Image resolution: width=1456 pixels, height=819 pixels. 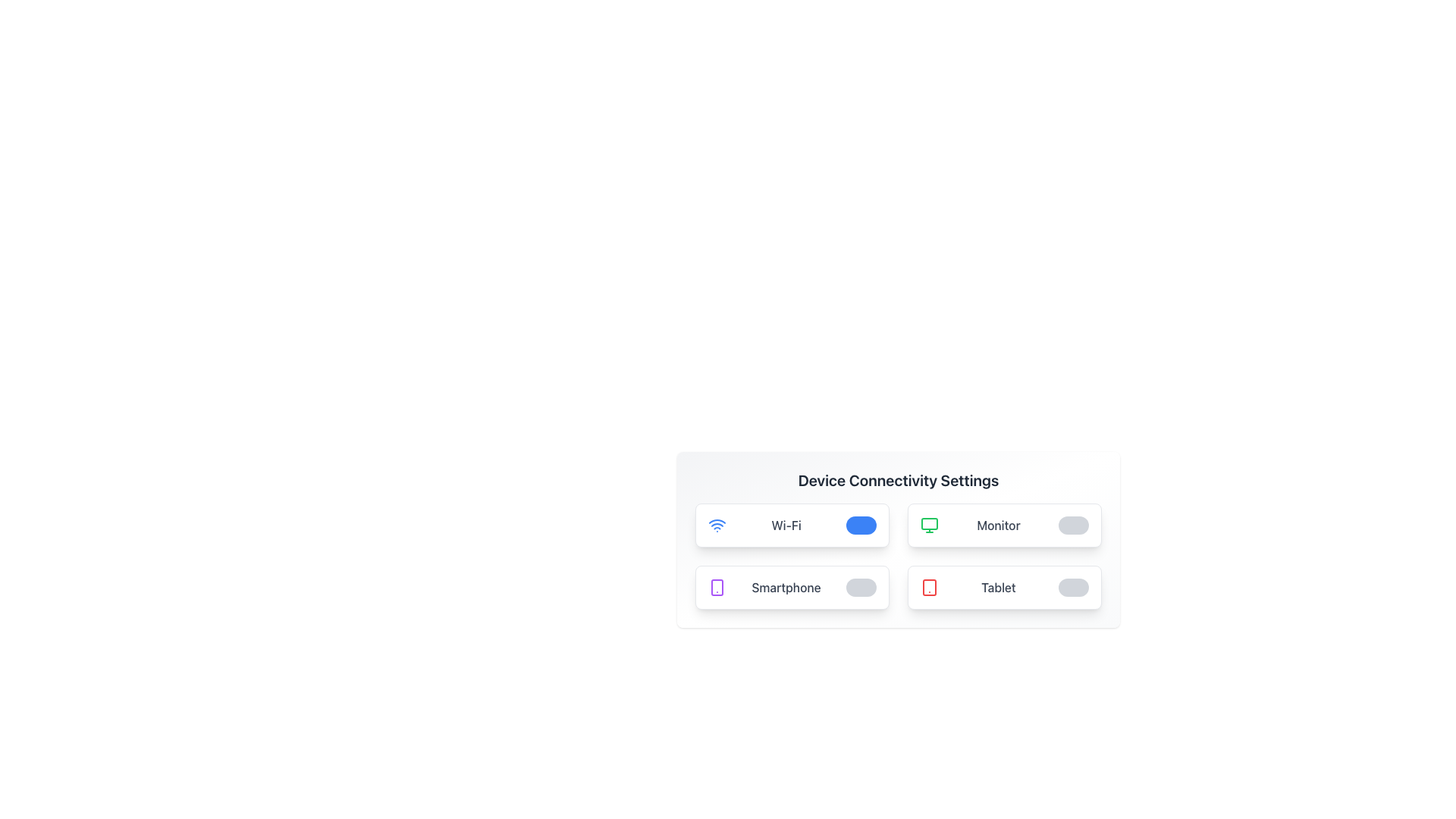 I want to click on the toggle switch located in the 'Monitor' section of the 'Device Connectivity Settings' to change its state, so click(x=1073, y=525).